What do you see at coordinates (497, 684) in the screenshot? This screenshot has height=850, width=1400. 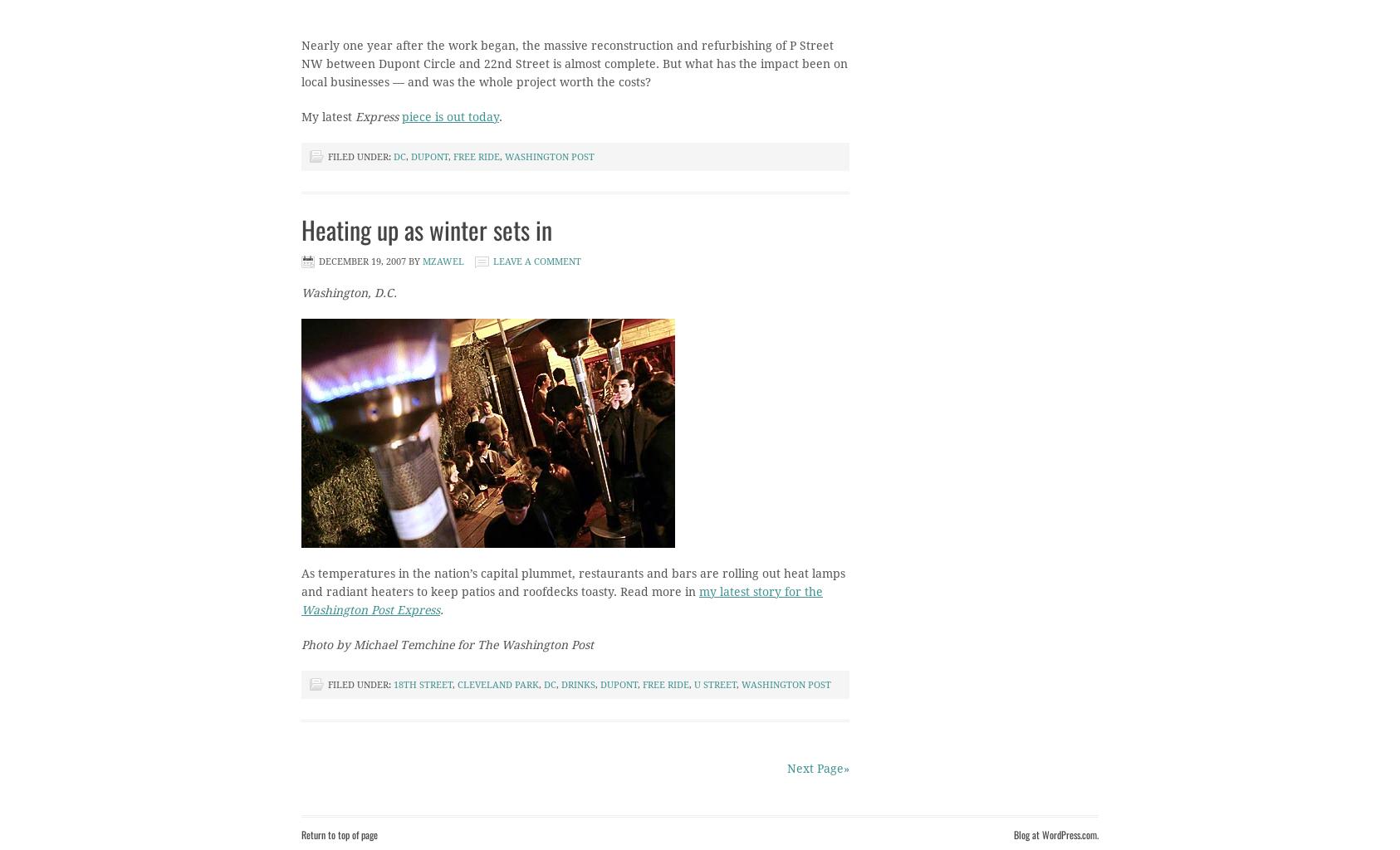 I see `'cleveland park'` at bounding box center [497, 684].